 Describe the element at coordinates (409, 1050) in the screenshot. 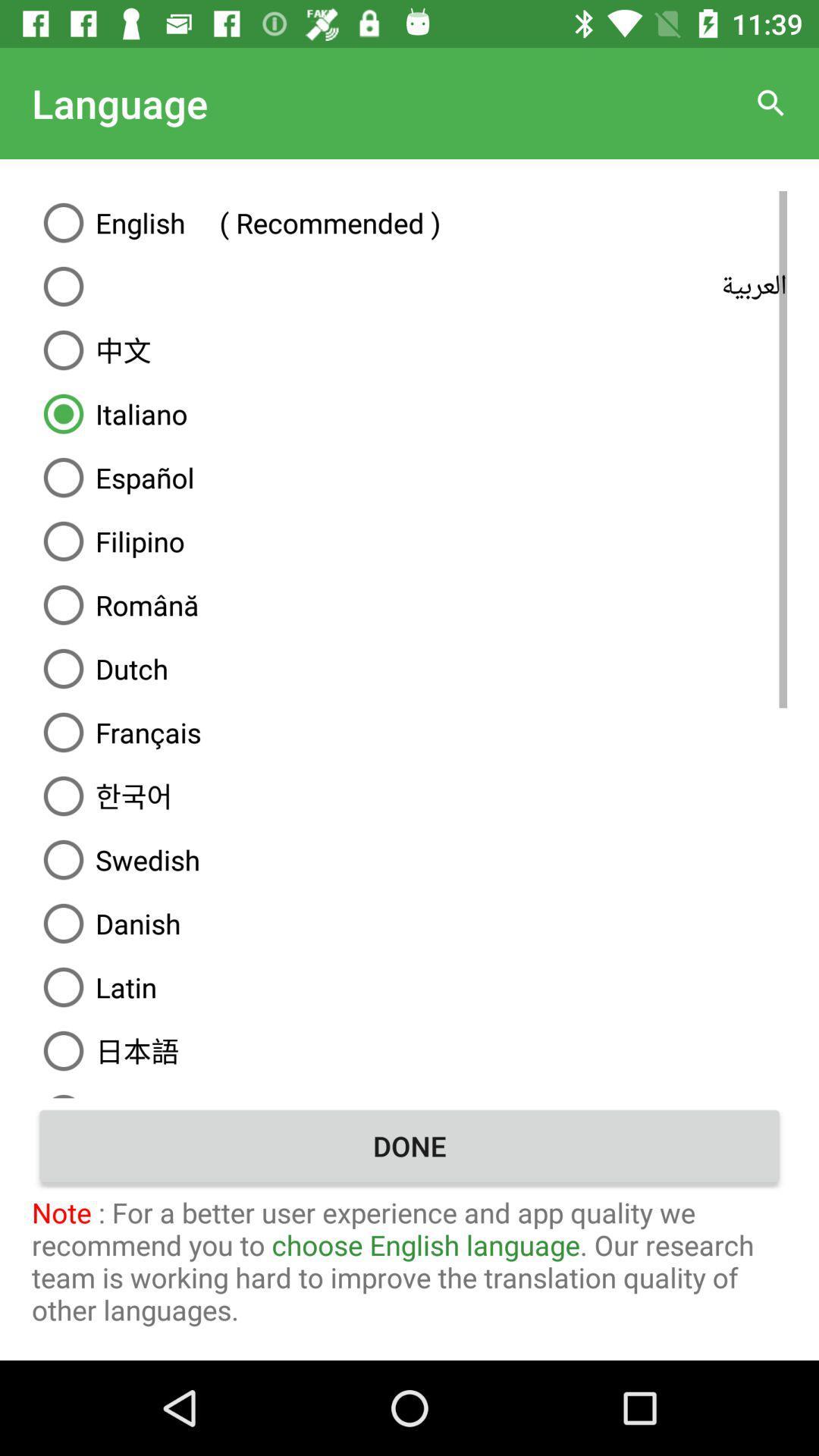

I see `item below latin item` at that location.